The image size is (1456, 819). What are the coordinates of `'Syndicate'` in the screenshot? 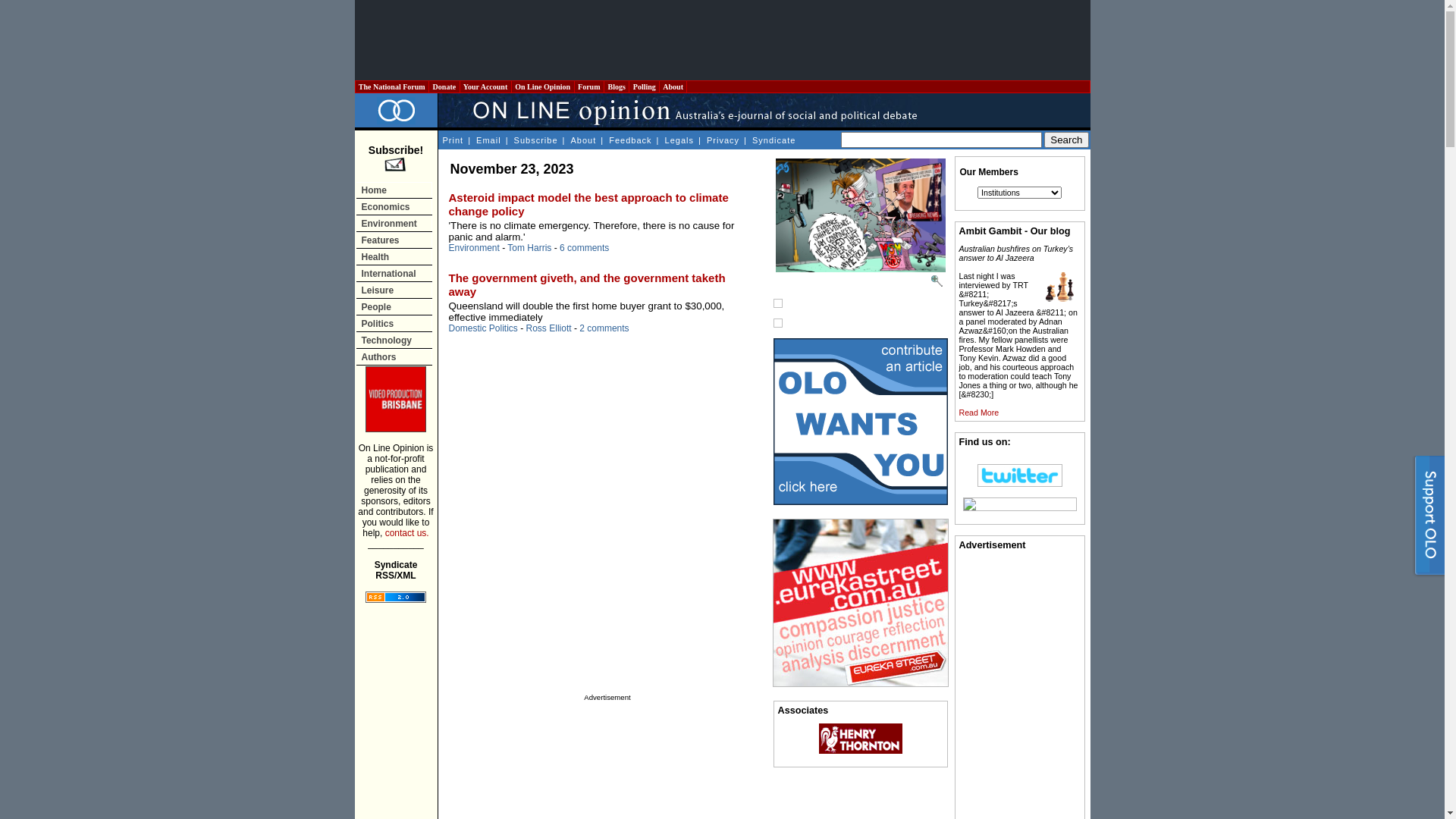 It's located at (773, 140).